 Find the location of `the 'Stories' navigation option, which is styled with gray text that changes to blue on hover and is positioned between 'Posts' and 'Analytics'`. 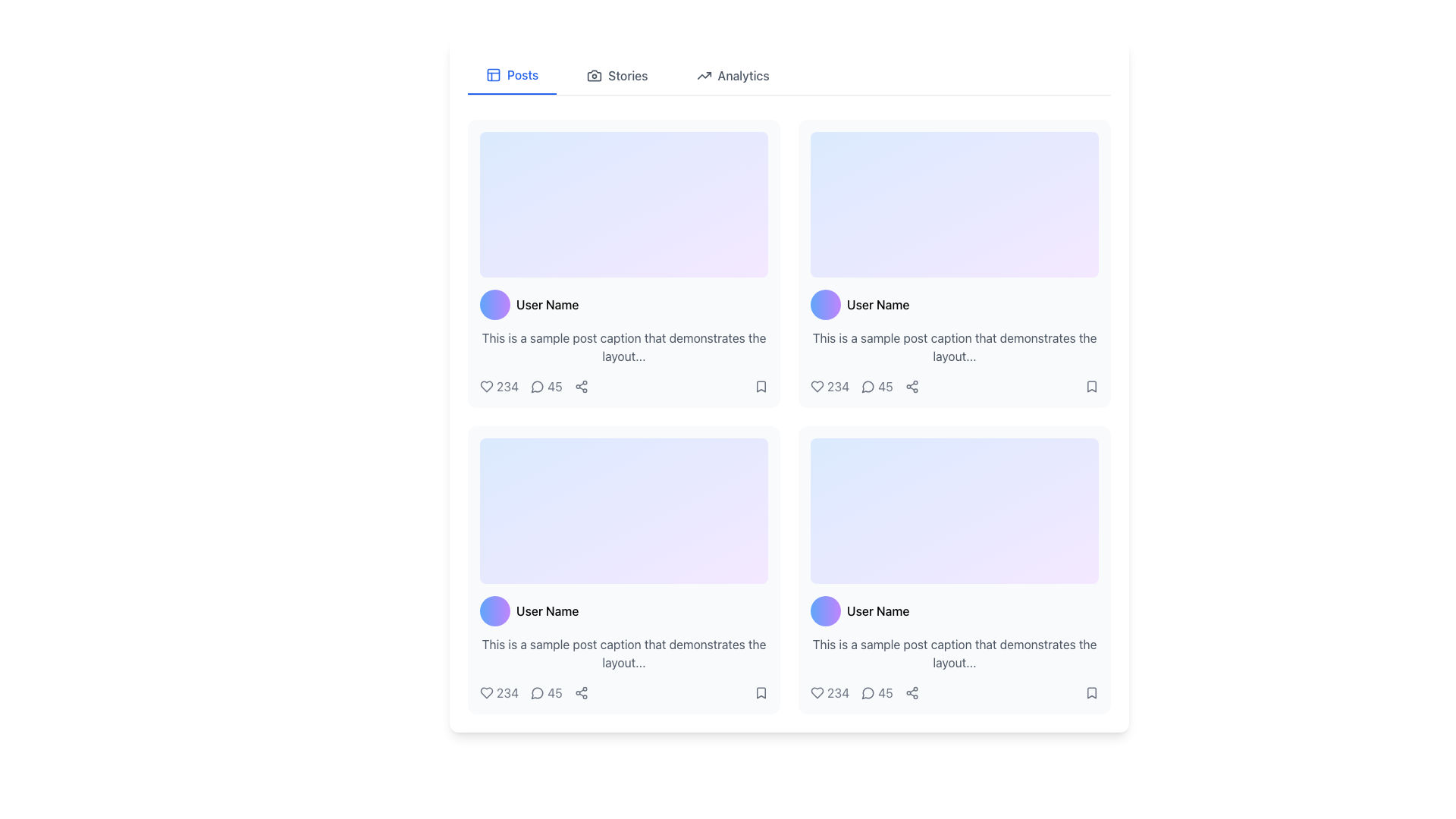

the 'Stories' navigation option, which is styled with gray text that changes to blue on hover and is positioned between 'Posts' and 'Analytics' is located at coordinates (617, 76).